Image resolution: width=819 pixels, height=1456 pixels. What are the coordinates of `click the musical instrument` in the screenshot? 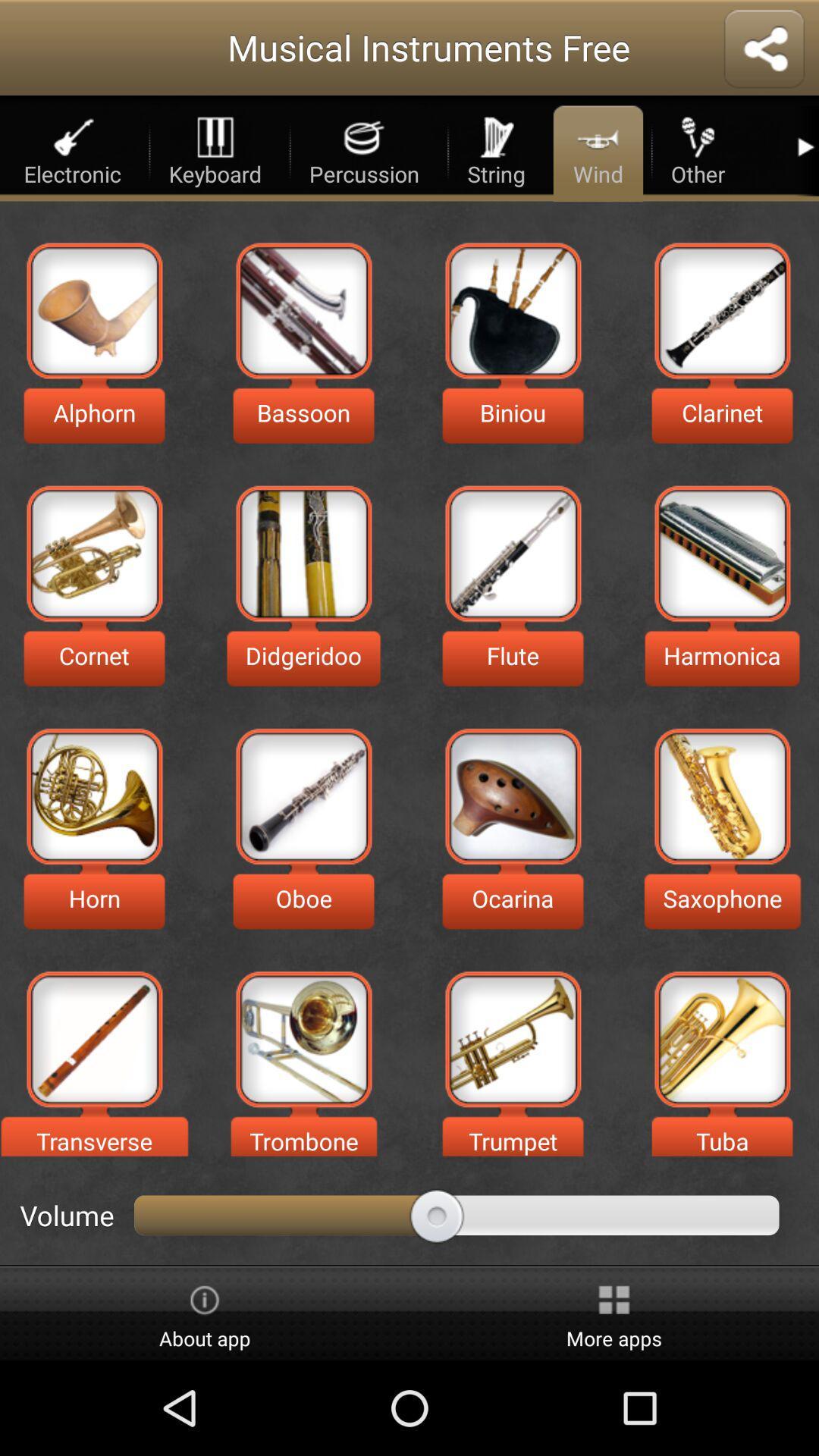 It's located at (721, 309).